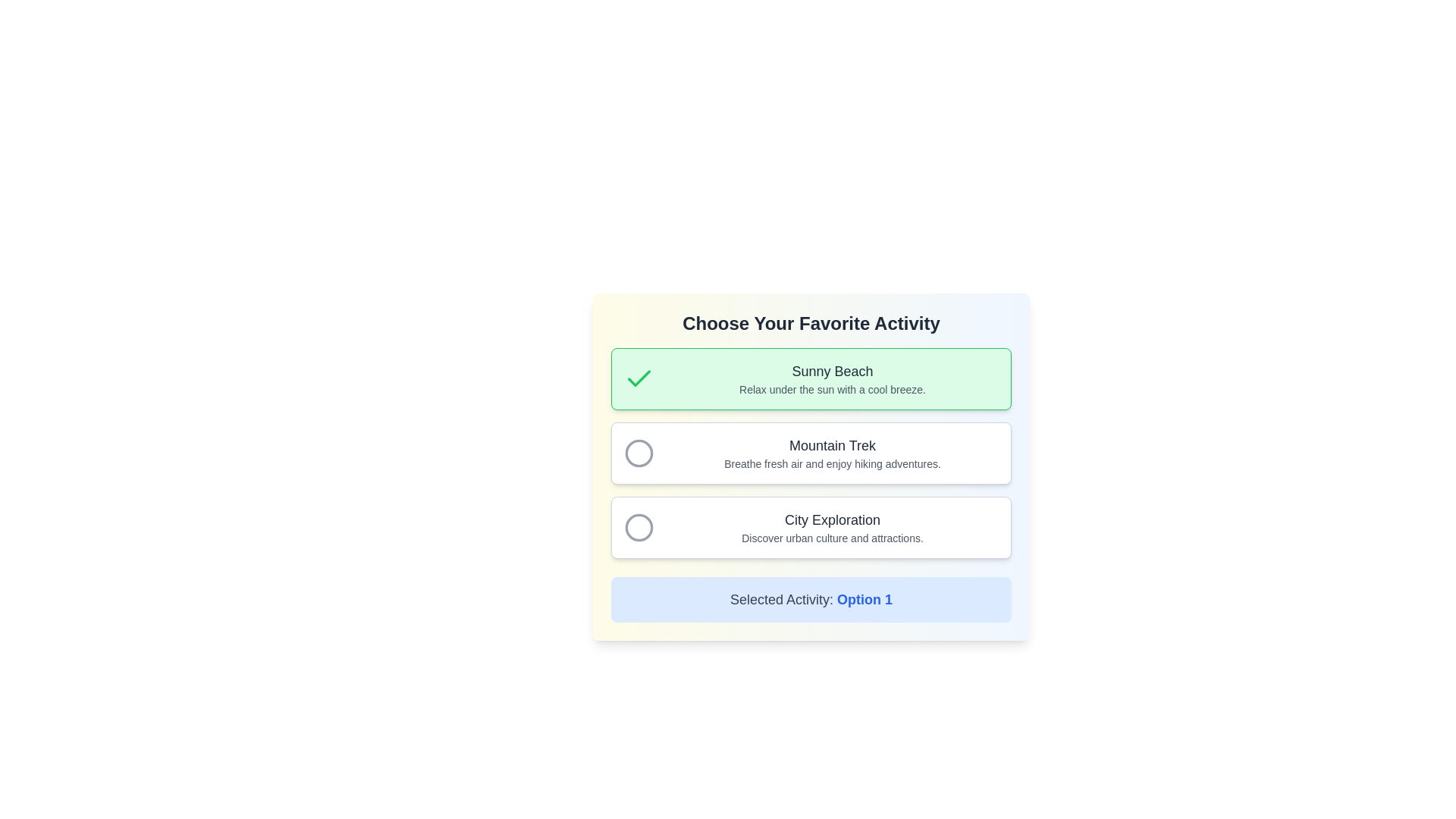  What do you see at coordinates (639, 526) in the screenshot?
I see `the circular button-like indicator representing the 'City Exploration' option` at bounding box center [639, 526].